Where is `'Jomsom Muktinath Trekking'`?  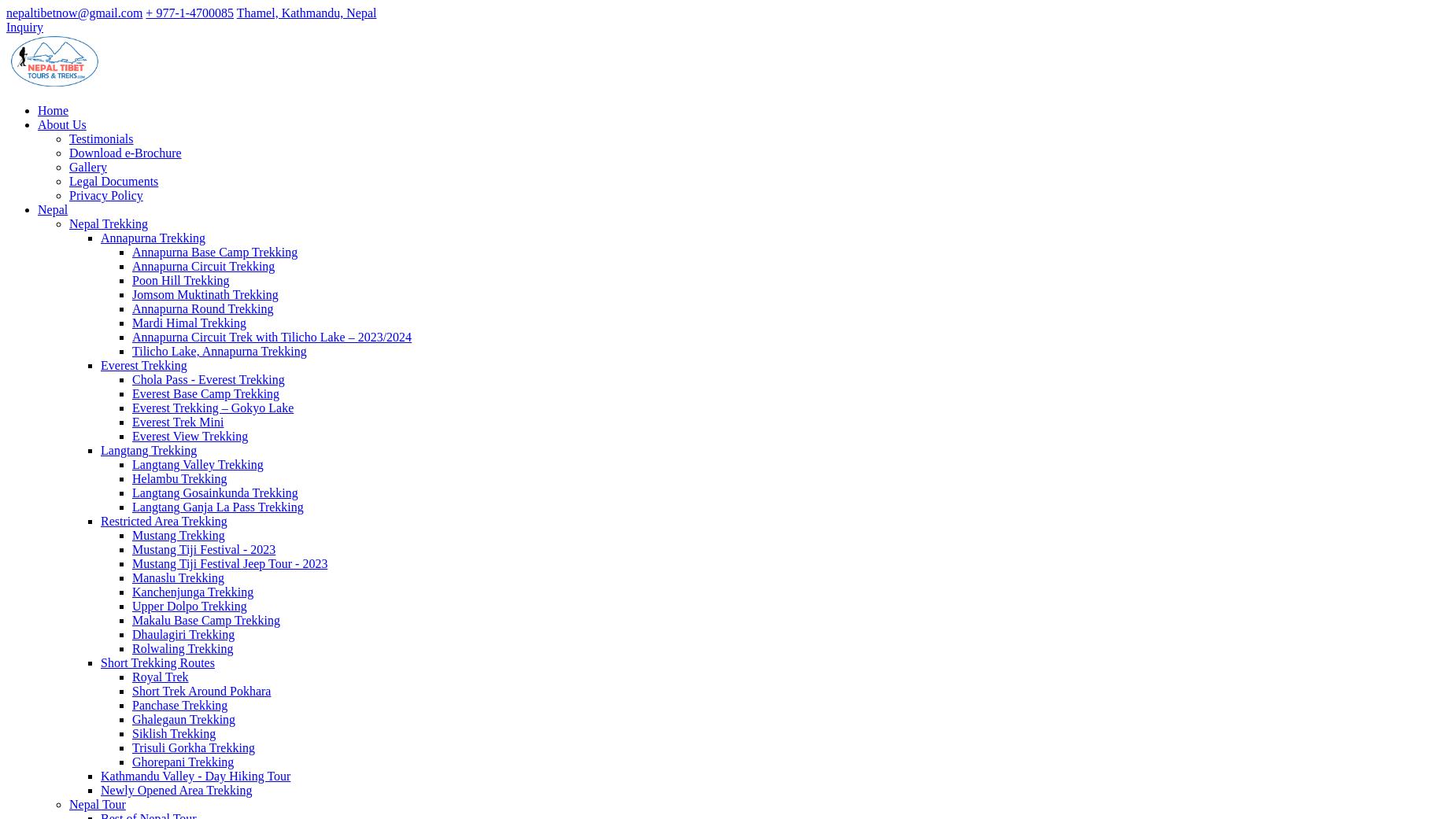
'Jomsom Muktinath Trekking' is located at coordinates (131, 294).